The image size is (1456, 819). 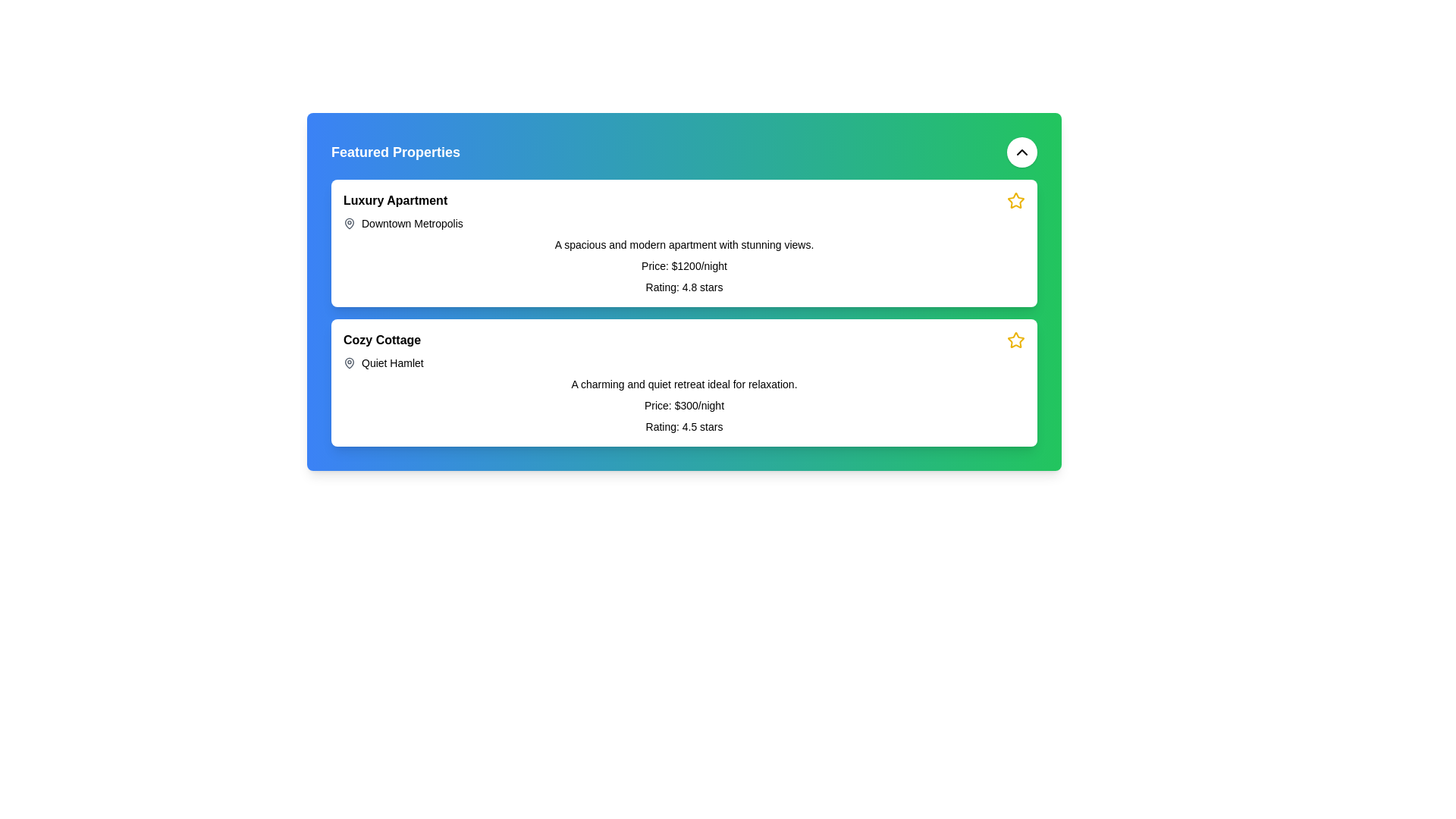 What do you see at coordinates (412, 223) in the screenshot?
I see `the Text Label that serves as the location descriptor for the 'Luxury Apartment' property, which is located to the right of a map pin icon and directly beneath the property title` at bounding box center [412, 223].